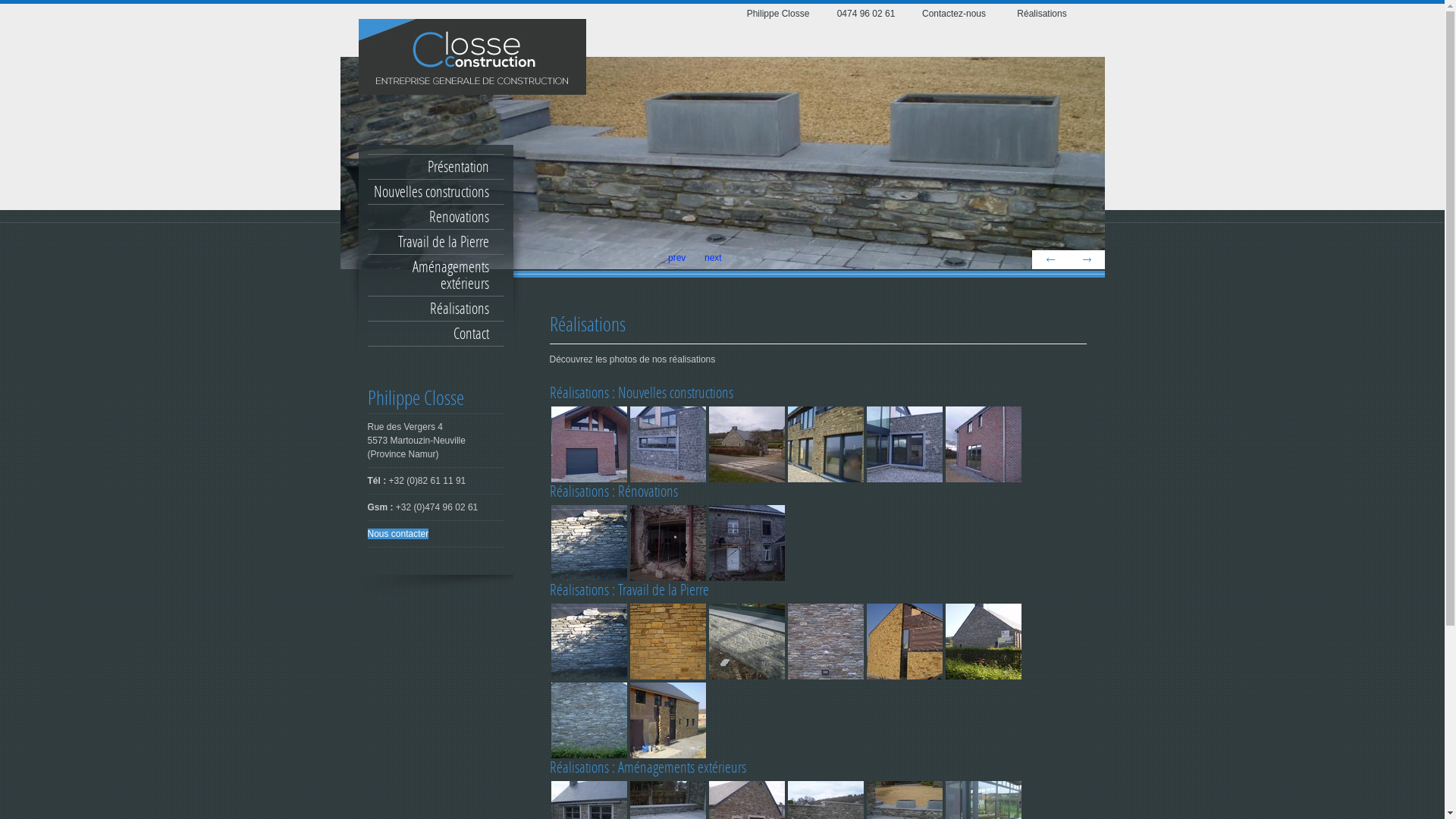 The width and height of the screenshot is (1456, 819). I want to click on 'OLYMPUS DIGITAL CAMERA         ', so click(588, 719).